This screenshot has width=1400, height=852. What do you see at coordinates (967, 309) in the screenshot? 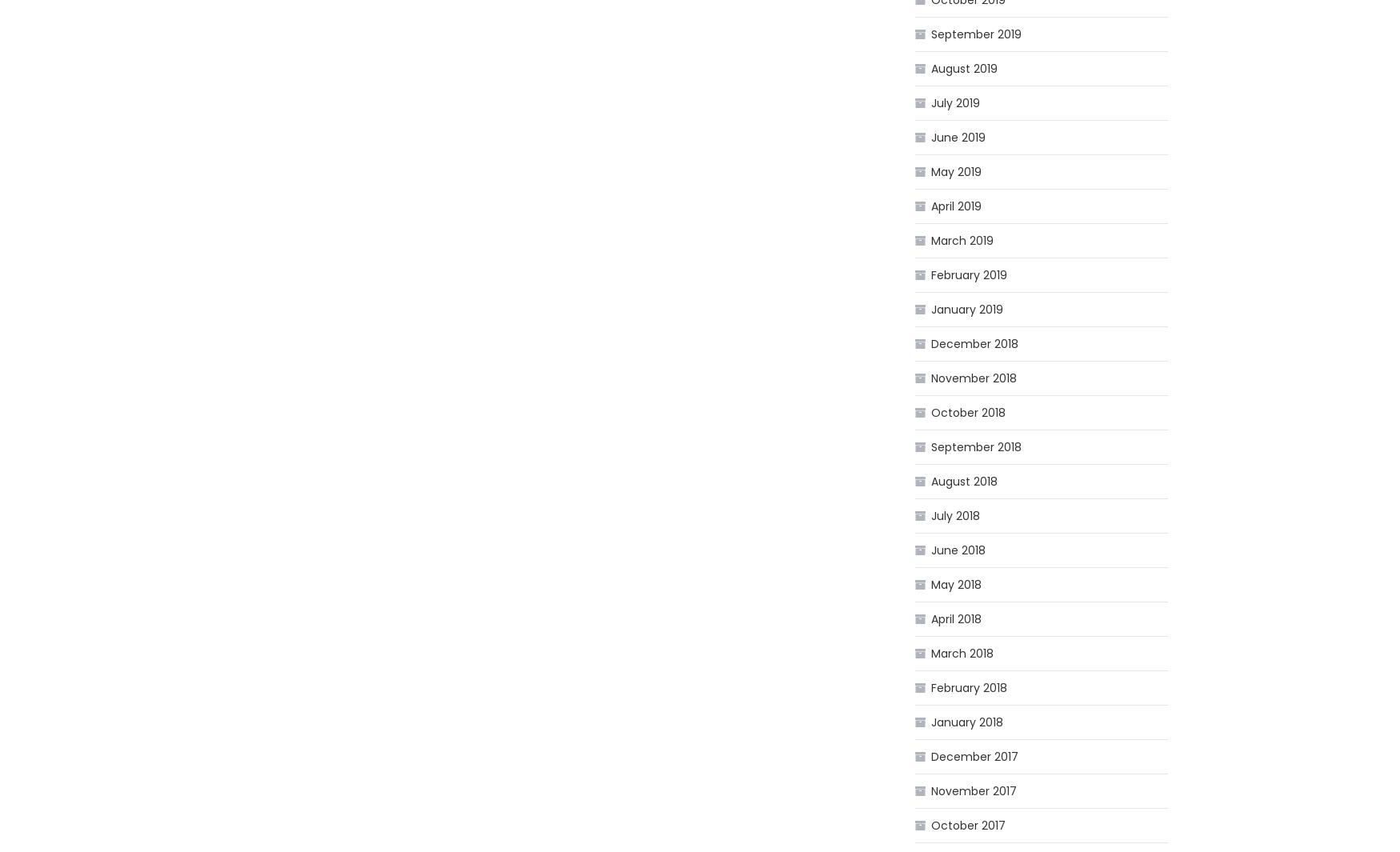
I see `'January 2019'` at bounding box center [967, 309].